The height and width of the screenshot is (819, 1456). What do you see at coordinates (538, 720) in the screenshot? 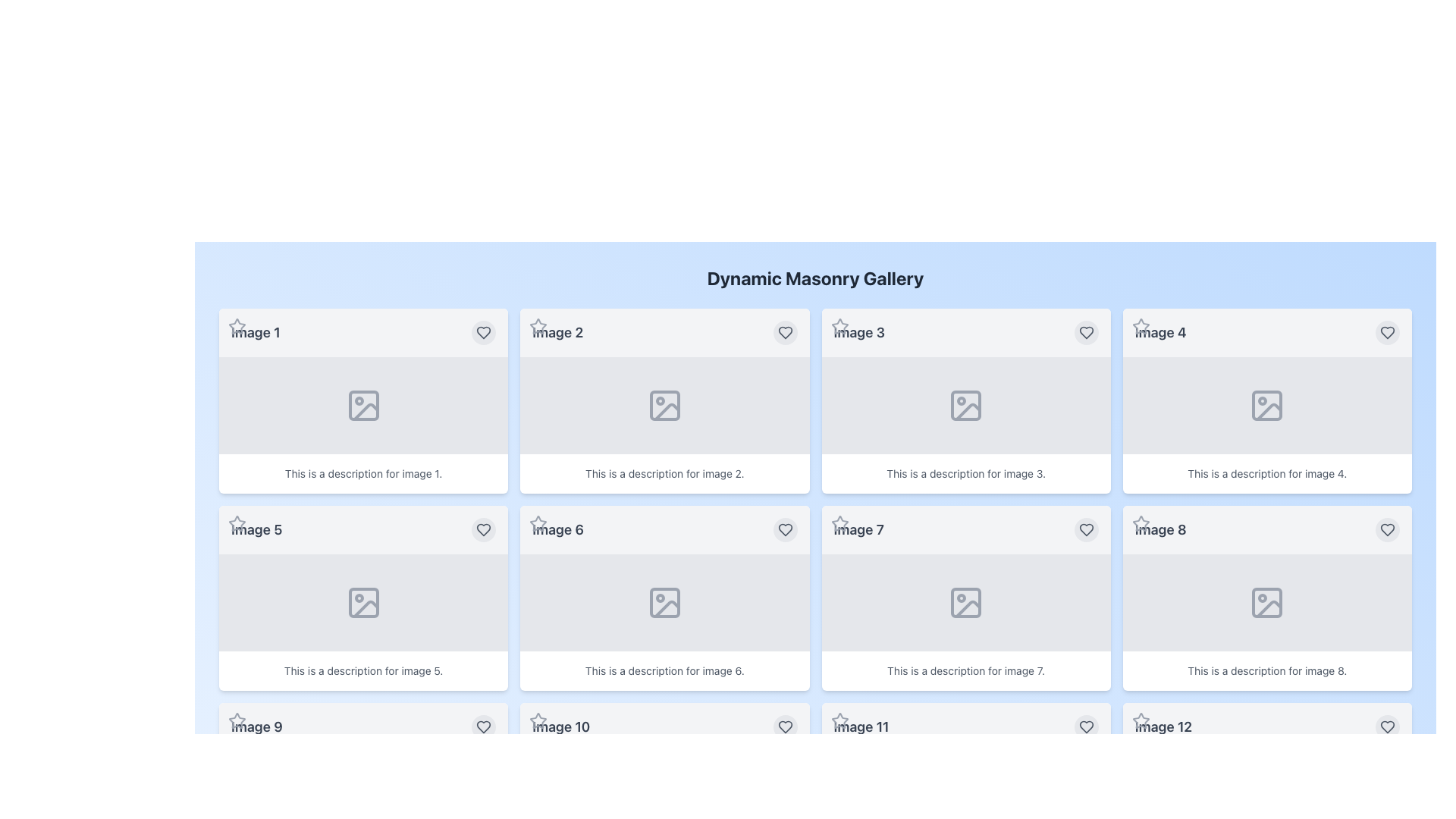
I see `the star icon located at the top-left corner of the card labeled 'Image 10'` at bounding box center [538, 720].